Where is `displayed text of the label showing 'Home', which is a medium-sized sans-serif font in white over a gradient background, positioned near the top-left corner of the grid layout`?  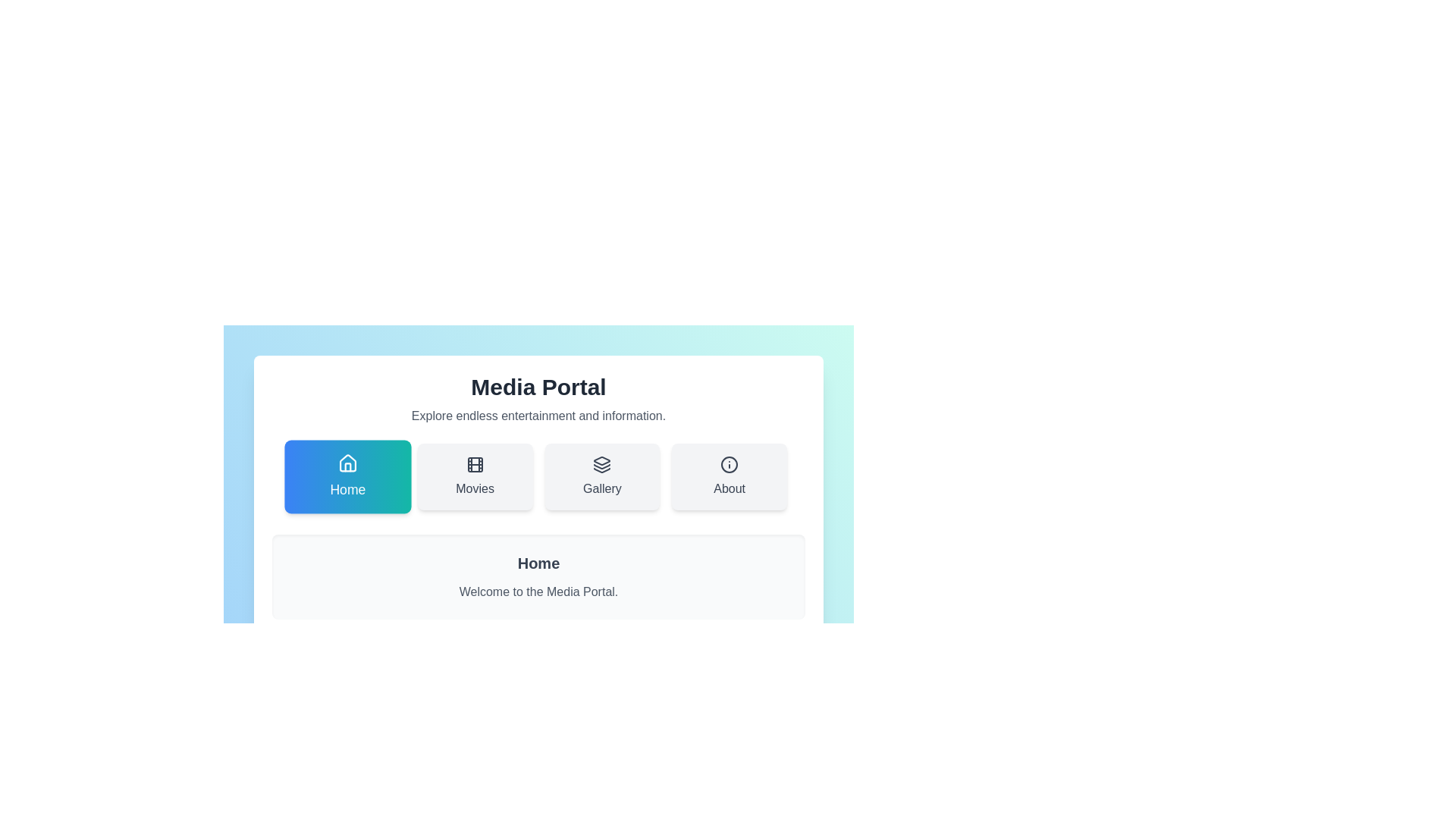
displayed text of the label showing 'Home', which is a medium-sized sans-serif font in white over a gradient background, positioned near the top-left corner of the grid layout is located at coordinates (347, 490).